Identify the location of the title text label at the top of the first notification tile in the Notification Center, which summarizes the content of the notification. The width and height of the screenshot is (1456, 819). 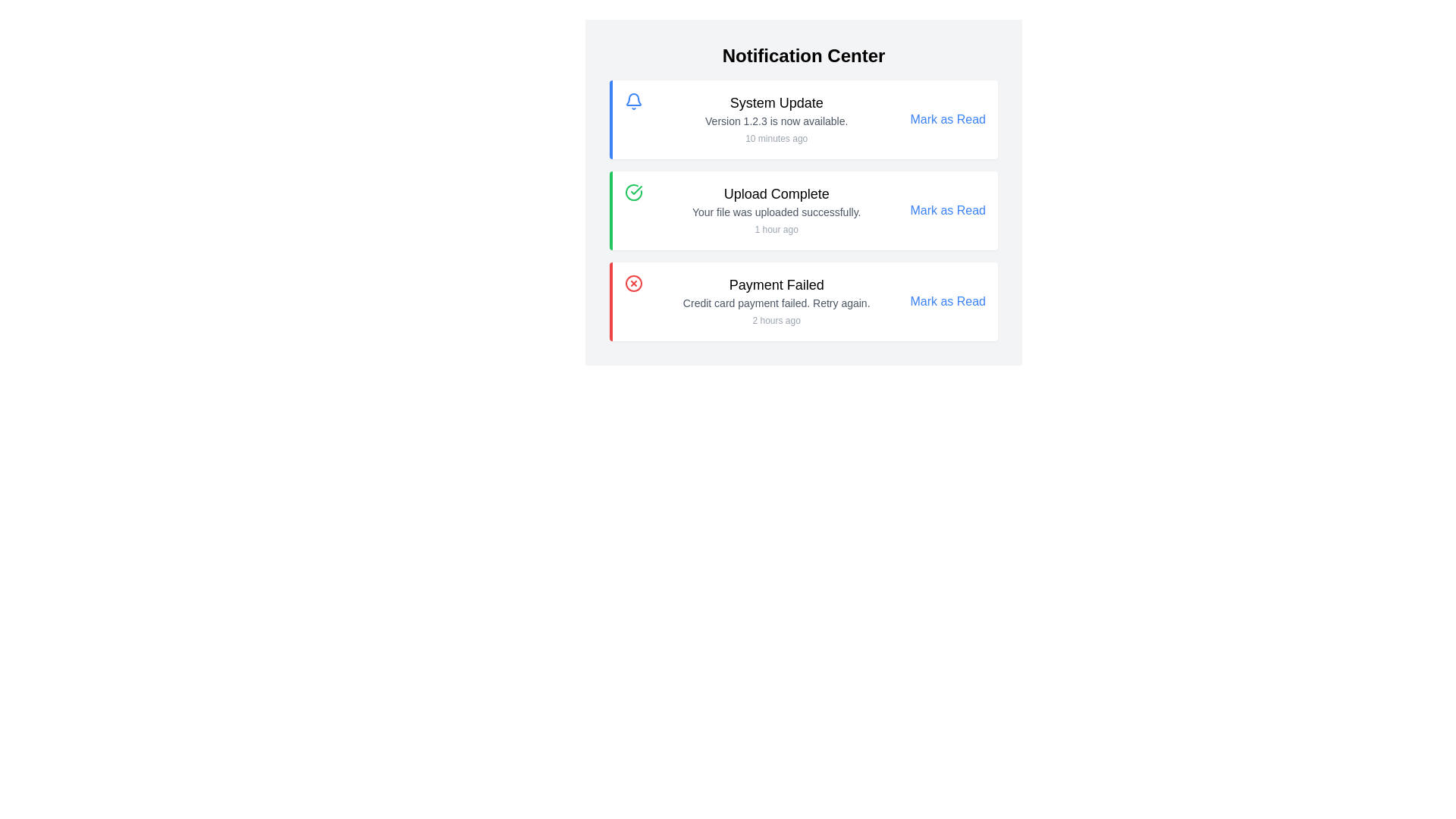
(777, 102).